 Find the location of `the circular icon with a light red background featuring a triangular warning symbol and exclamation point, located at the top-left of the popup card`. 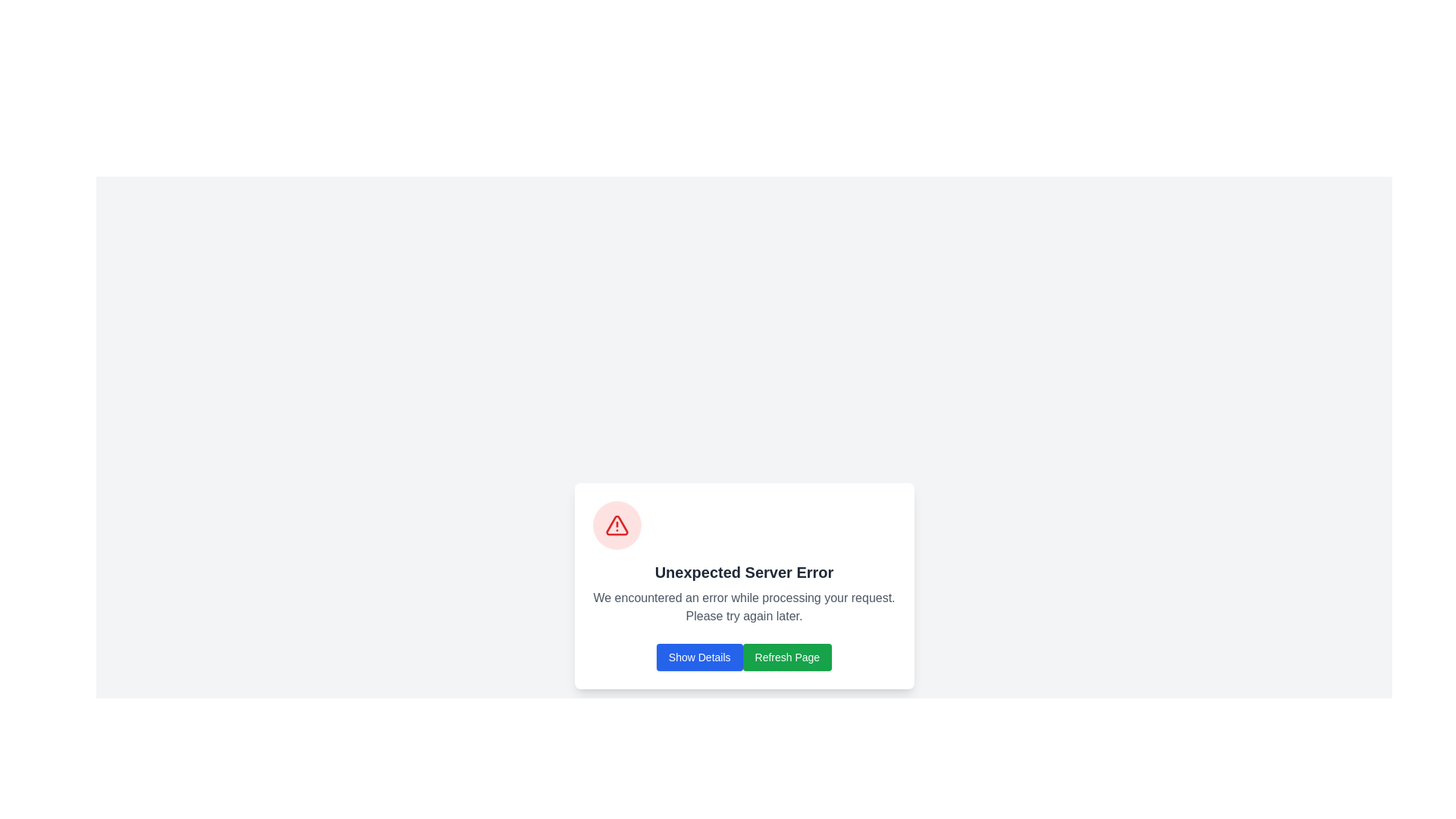

the circular icon with a light red background featuring a triangular warning symbol and exclamation point, located at the top-left of the popup card is located at coordinates (617, 525).